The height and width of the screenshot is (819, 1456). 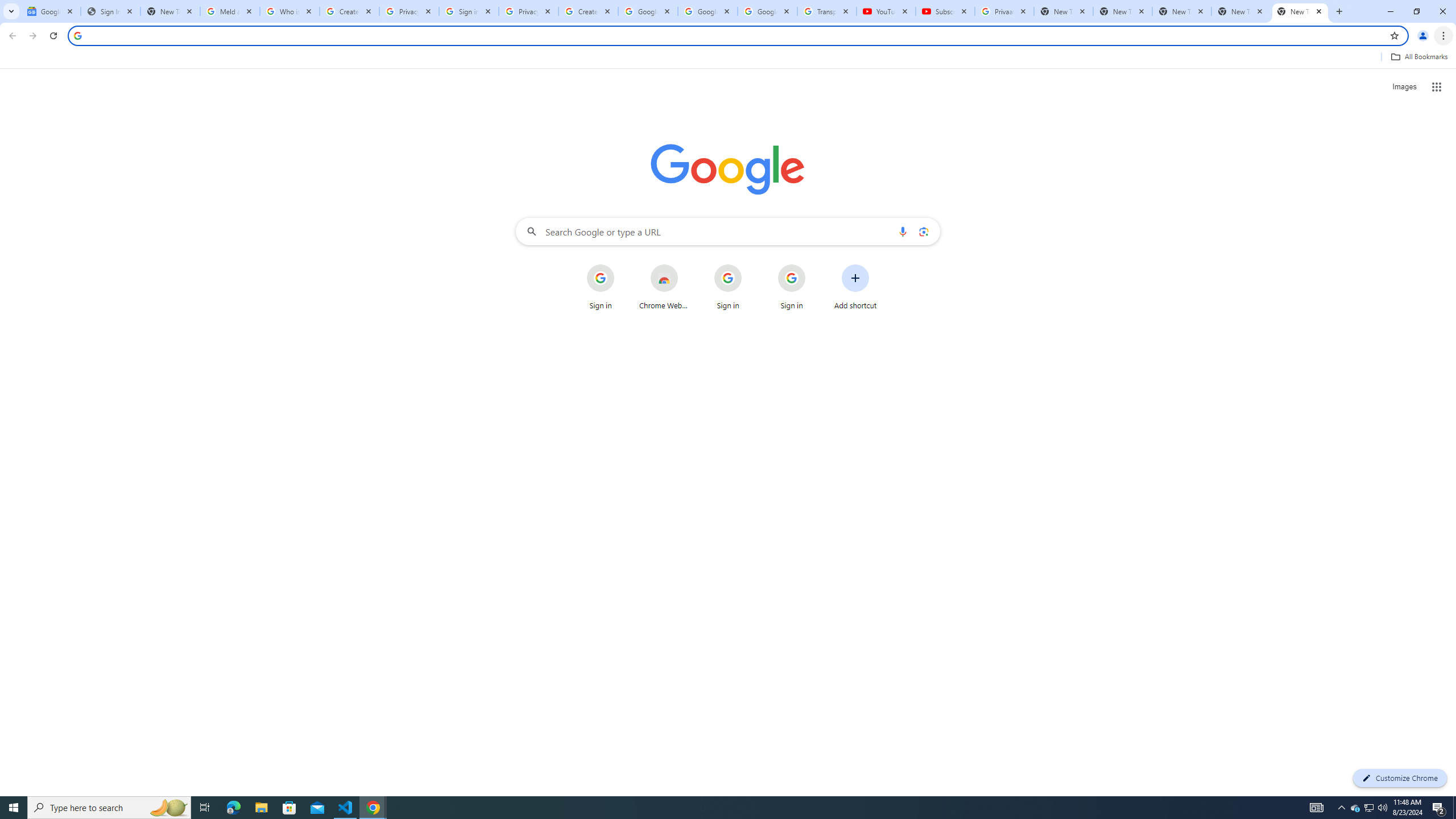 What do you see at coordinates (110, 11) in the screenshot?
I see `'Sign In - USA TODAY'` at bounding box center [110, 11].